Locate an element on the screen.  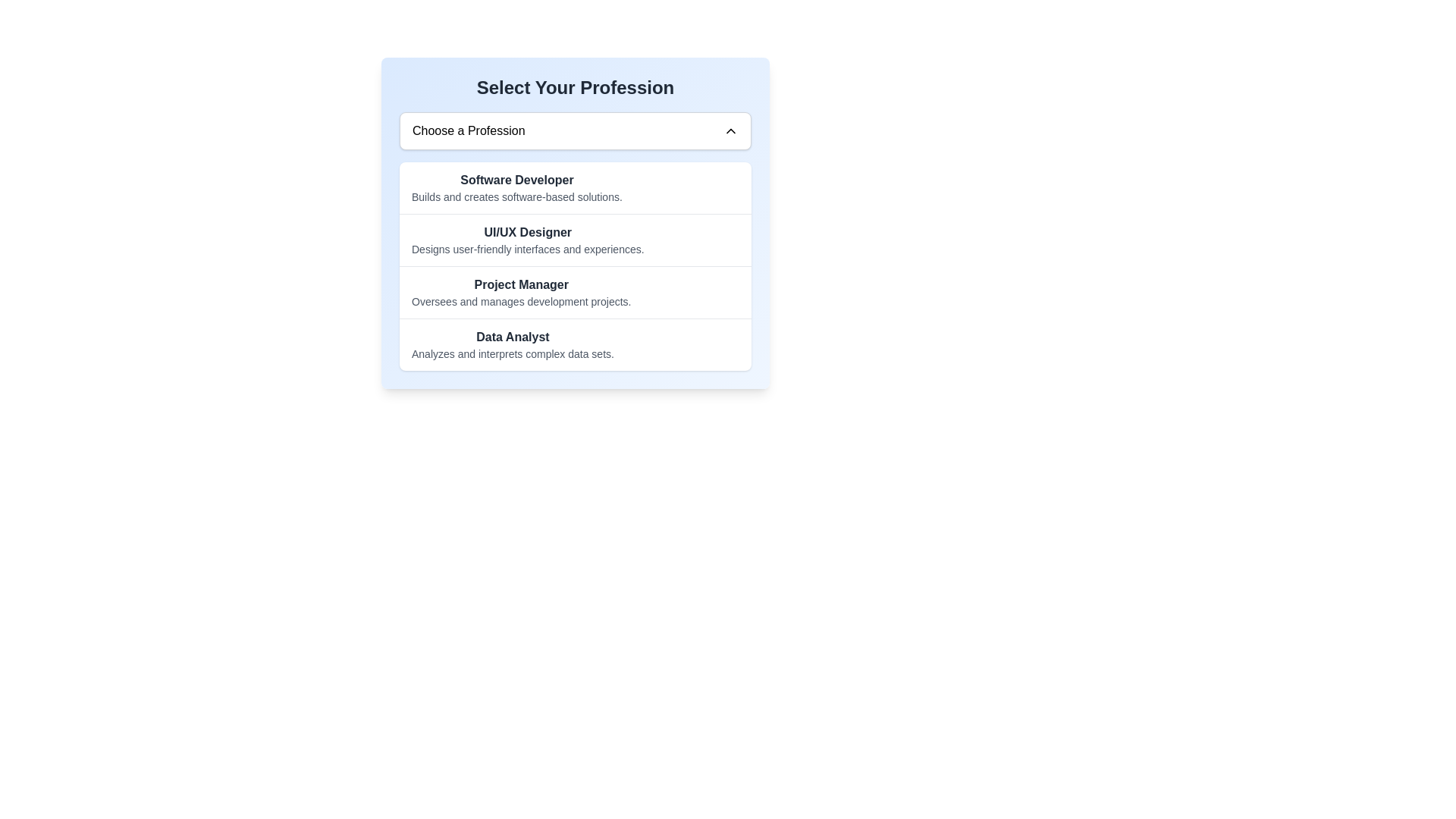
the 'Project Manager' option in the selection dialog titled 'Select Your Profession' is located at coordinates (521, 292).